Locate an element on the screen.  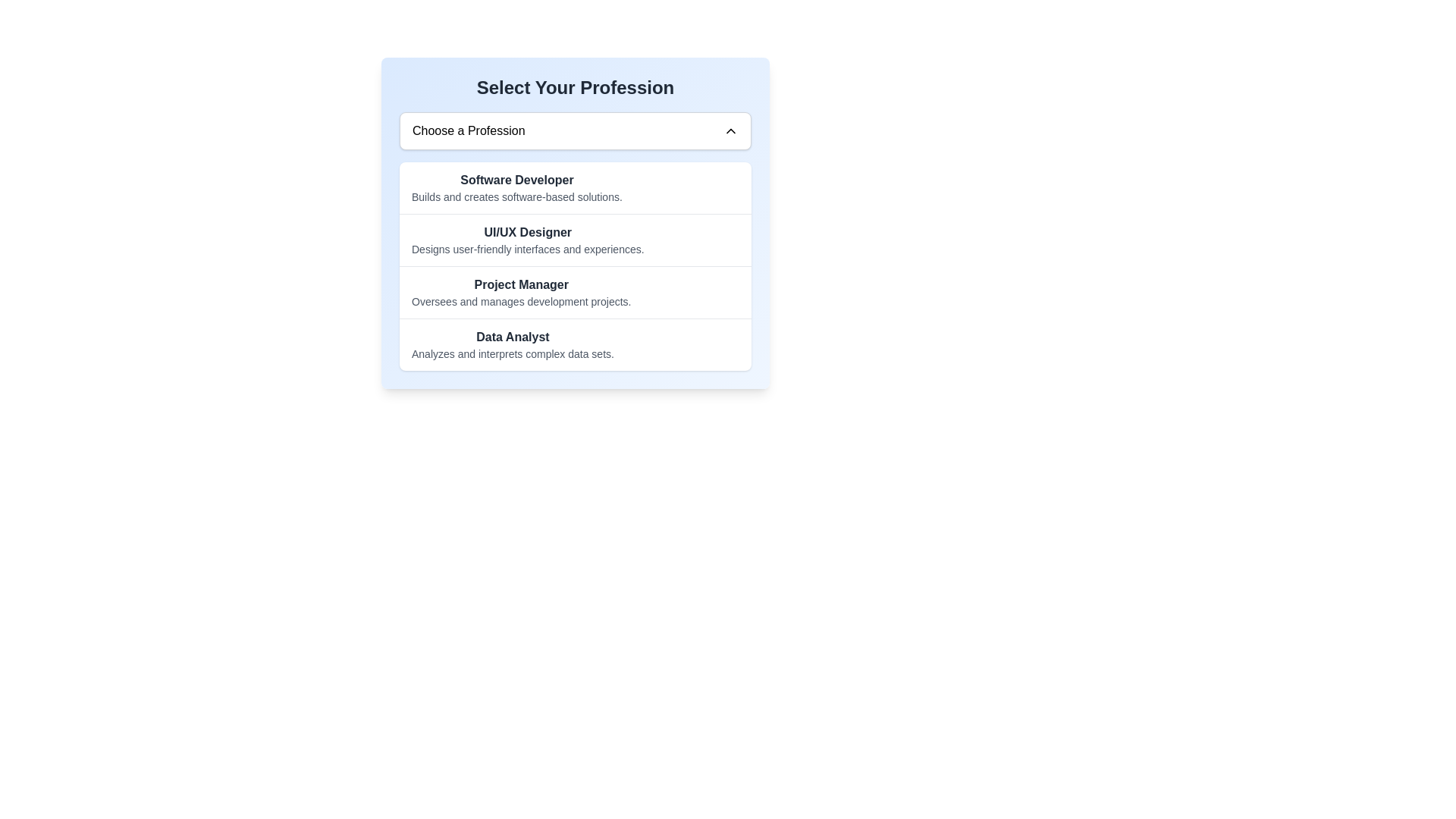
the 'Project Manager' option in the selection dialog titled 'Select Your Profession' is located at coordinates (521, 292).